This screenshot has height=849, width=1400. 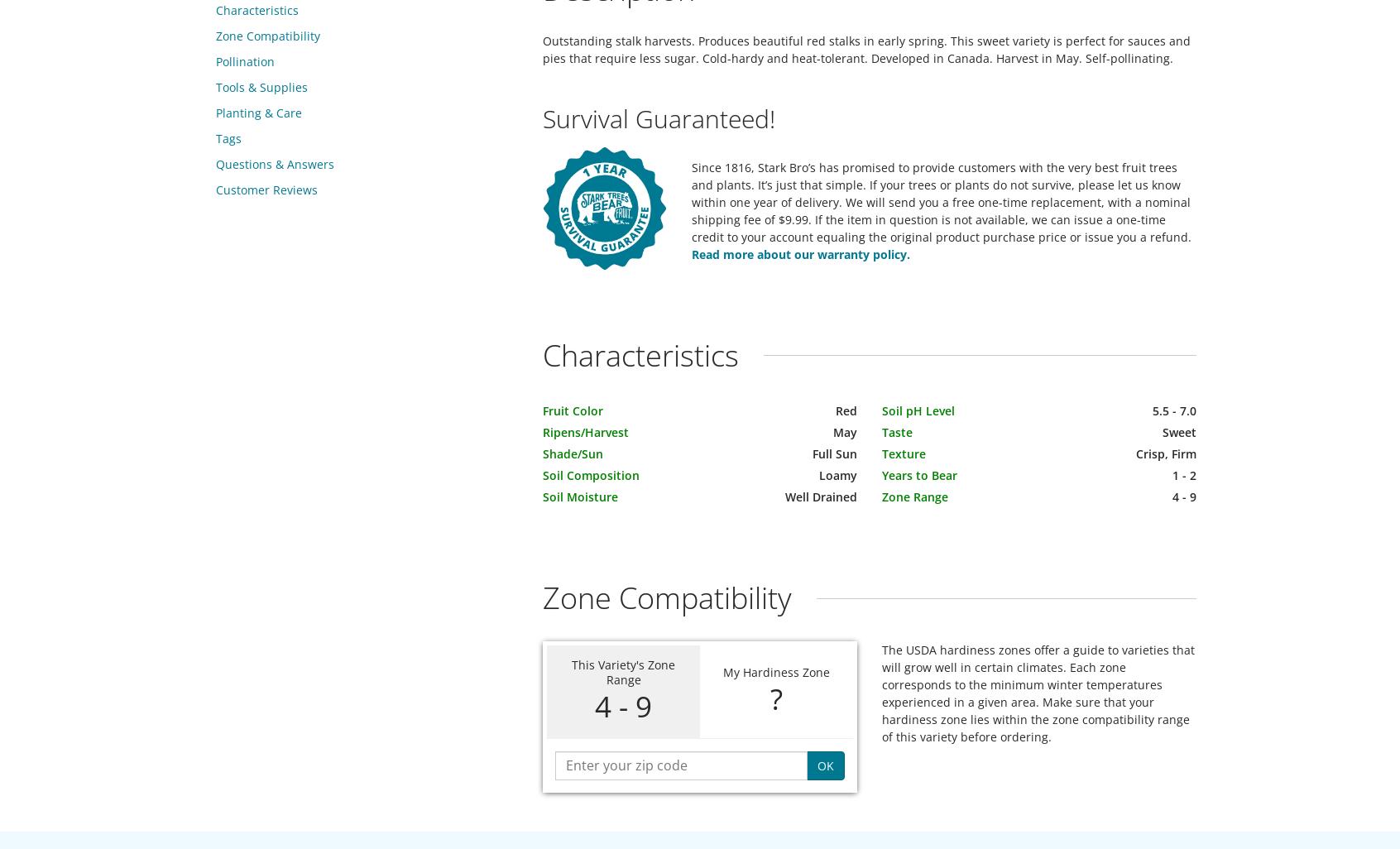 What do you see at coordinates (1166, 453) in the screenshot?
I see `'Crisp, Firm'` at bounding box center [1166, 453].